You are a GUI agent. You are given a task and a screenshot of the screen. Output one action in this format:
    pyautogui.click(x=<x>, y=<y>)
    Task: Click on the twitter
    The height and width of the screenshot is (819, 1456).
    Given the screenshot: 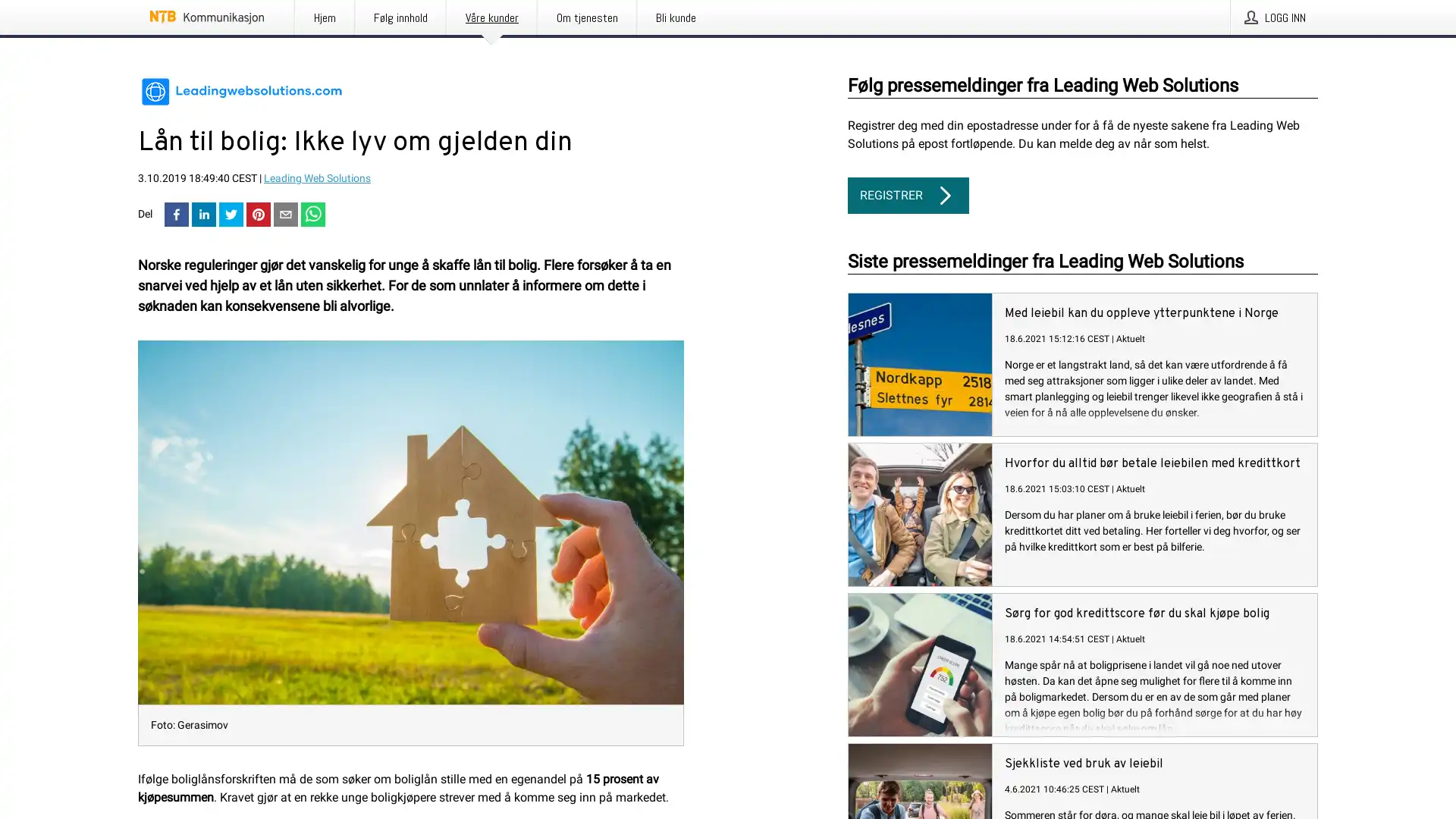 What is the action you would take?
    pyautogui.click(x=231, y=216)
    